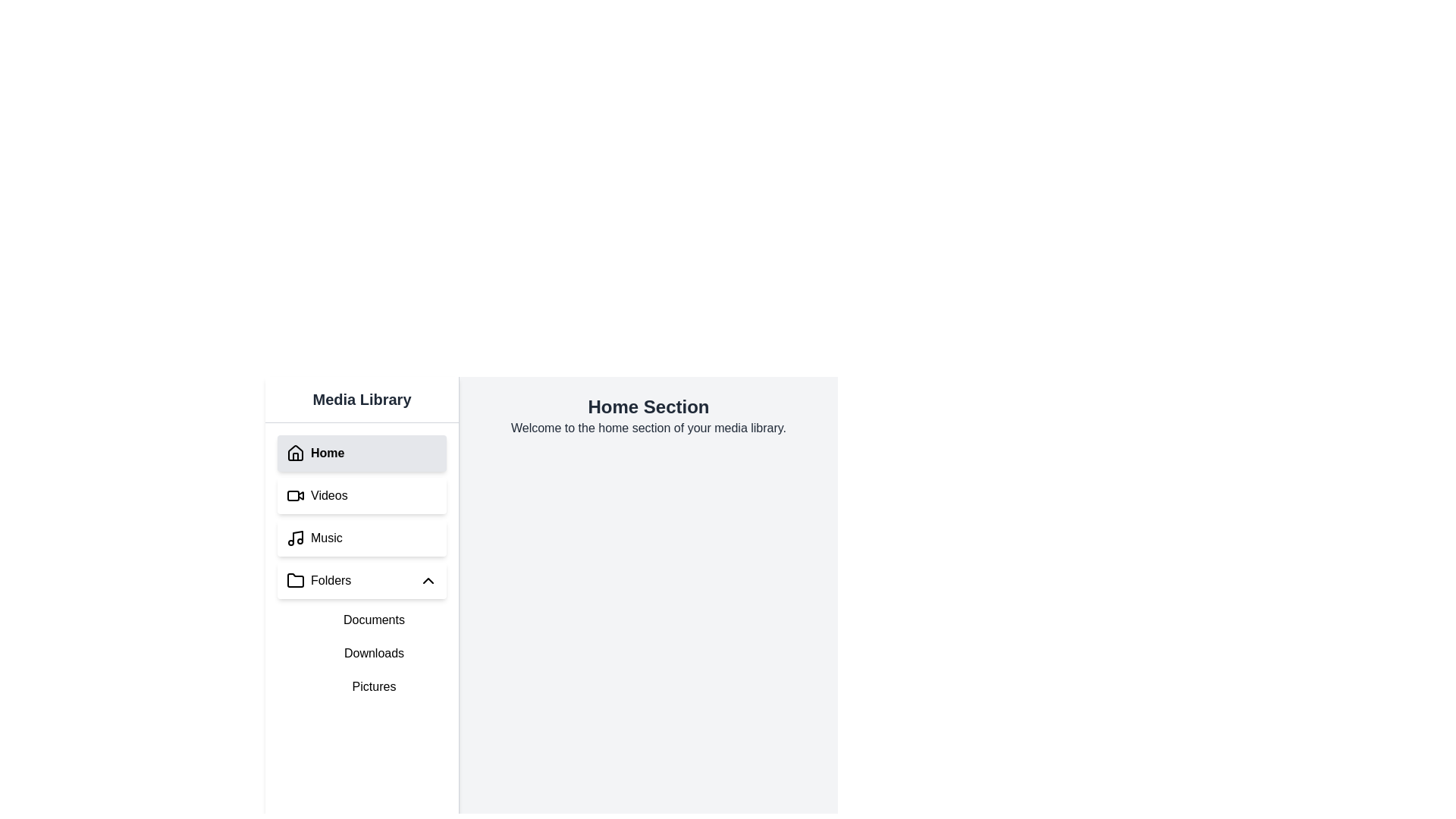 The height and width of the screenshot is (819, 1456). I want to click on the Navigation button labeled 'Folders', which features a folder icon and is located, so click(318, 580).